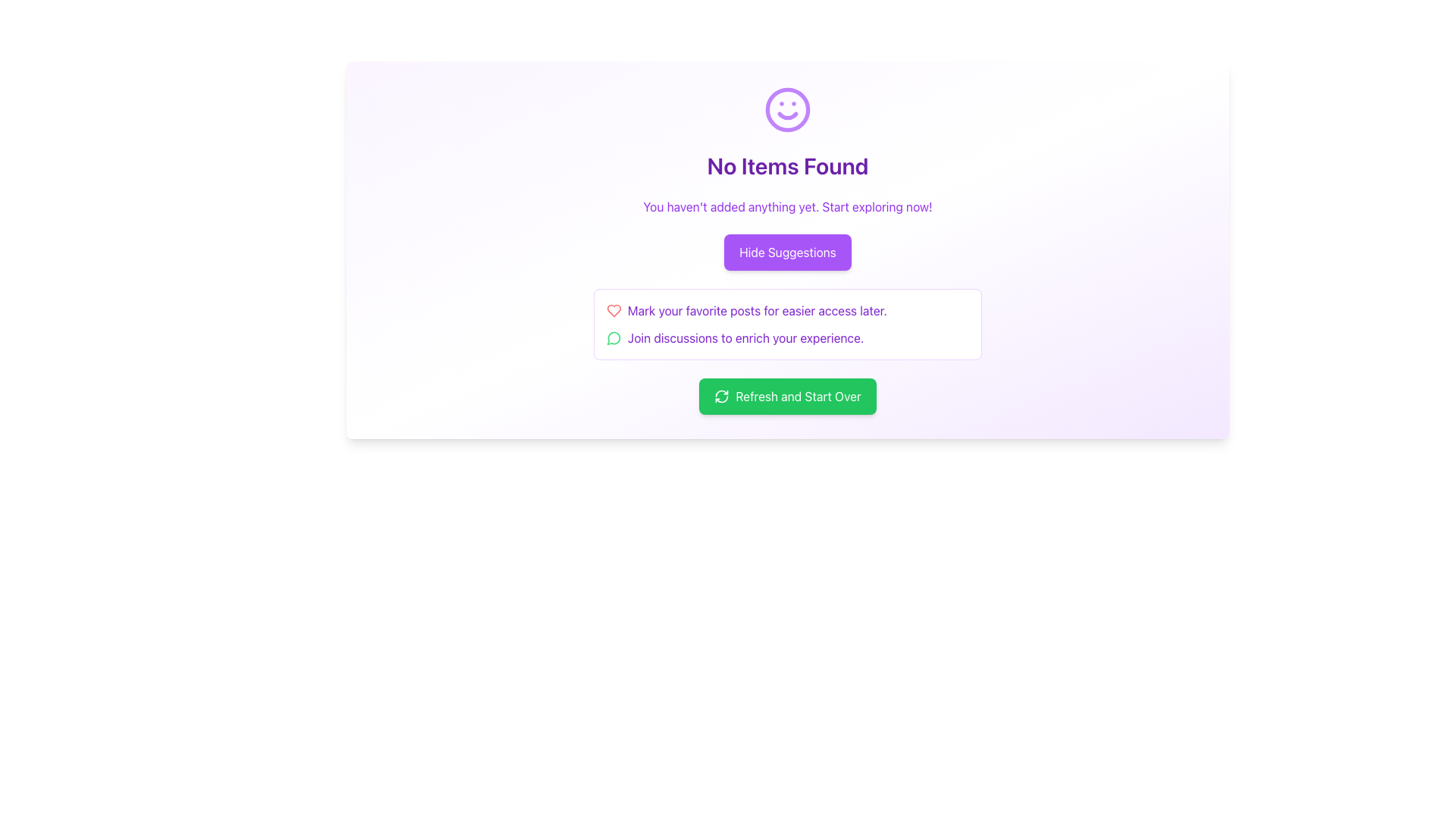  I want to click on the graphical smiley face icon with a purple outline located at the top center of the card interface, above the text 'No Items Found', so click(787, 109).